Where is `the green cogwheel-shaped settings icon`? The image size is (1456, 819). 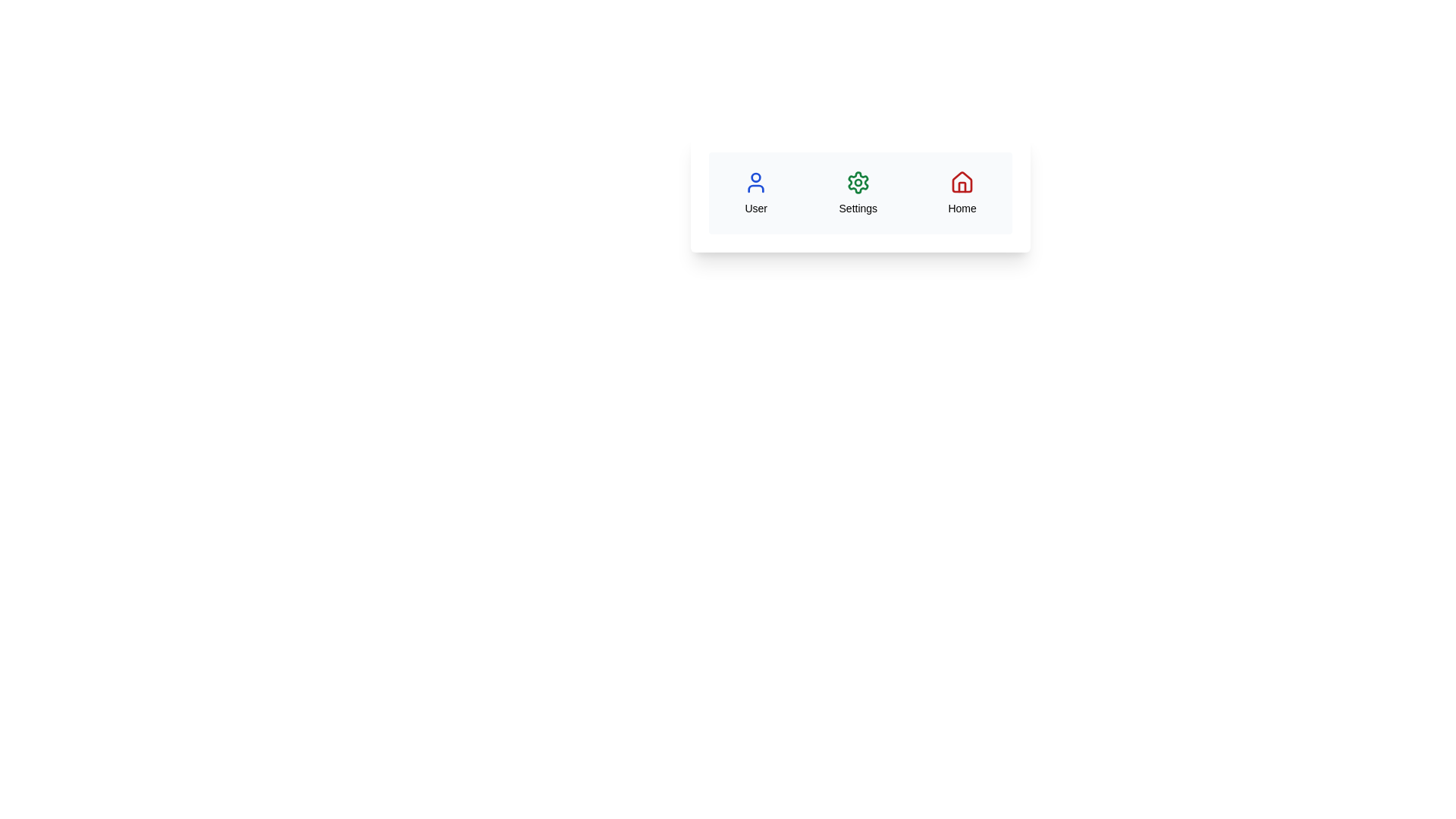
the green cogwheel-shaped settings icon is located at coordinates (858, 181).